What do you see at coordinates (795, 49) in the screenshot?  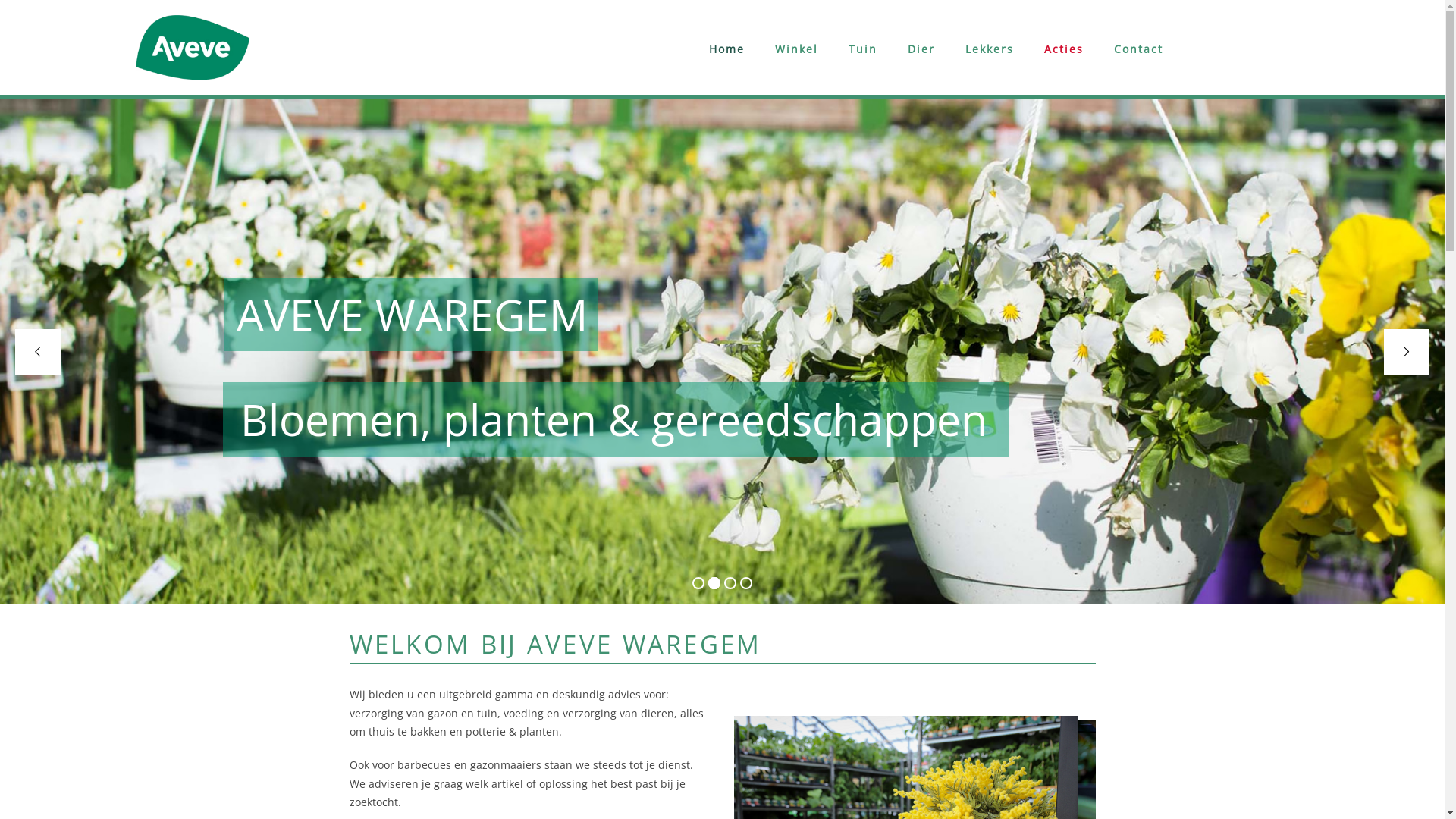 I see `'Winkel'` at bounding box center [795, 49].